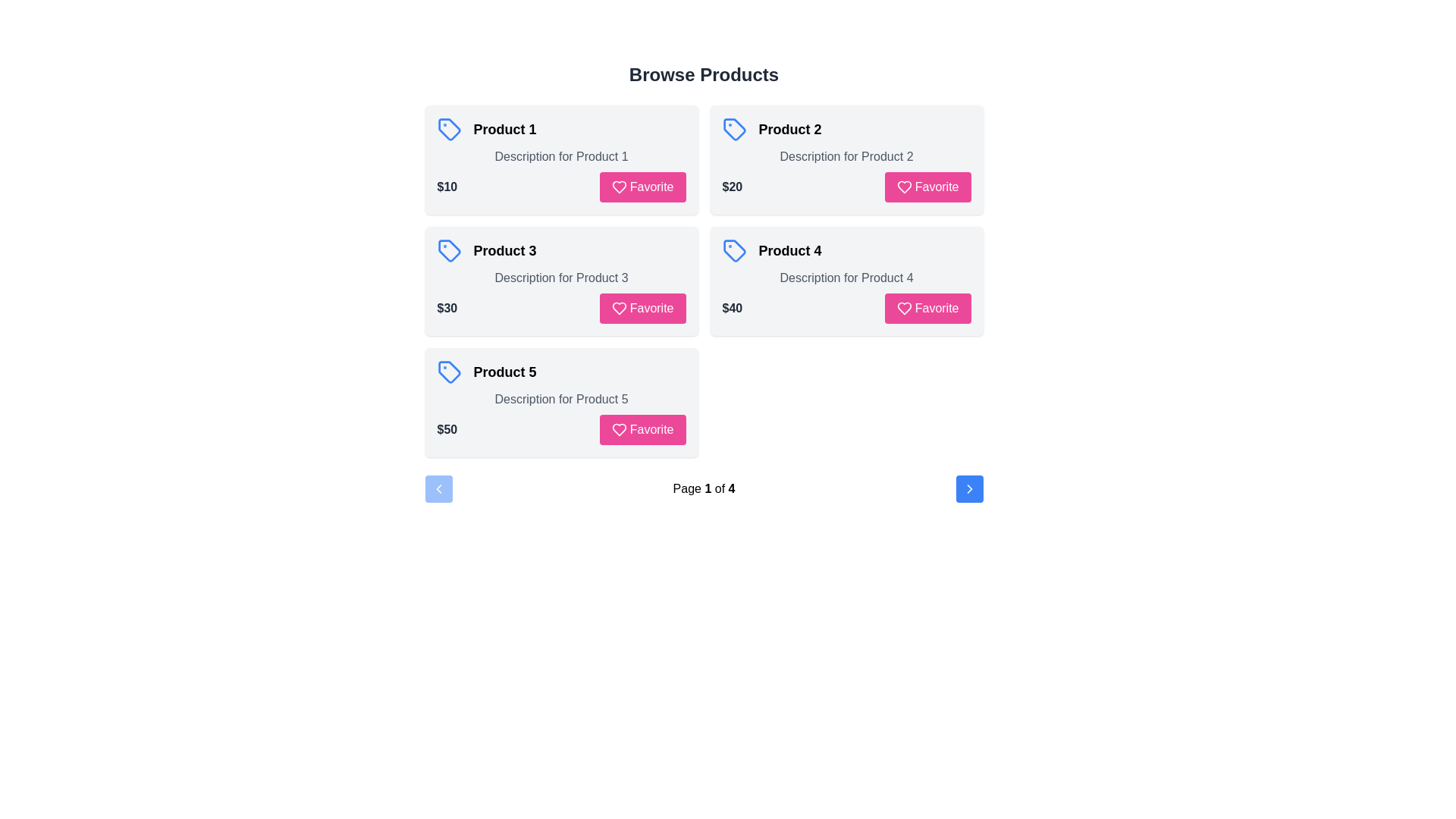 The image size is (1456, 819). Describe the element at coordinates (642, 308) in the screenshot. I see `the pink 'Favorite' button with a white heart icon located in the bottom-right corner of 'Product 3' card` at that location.